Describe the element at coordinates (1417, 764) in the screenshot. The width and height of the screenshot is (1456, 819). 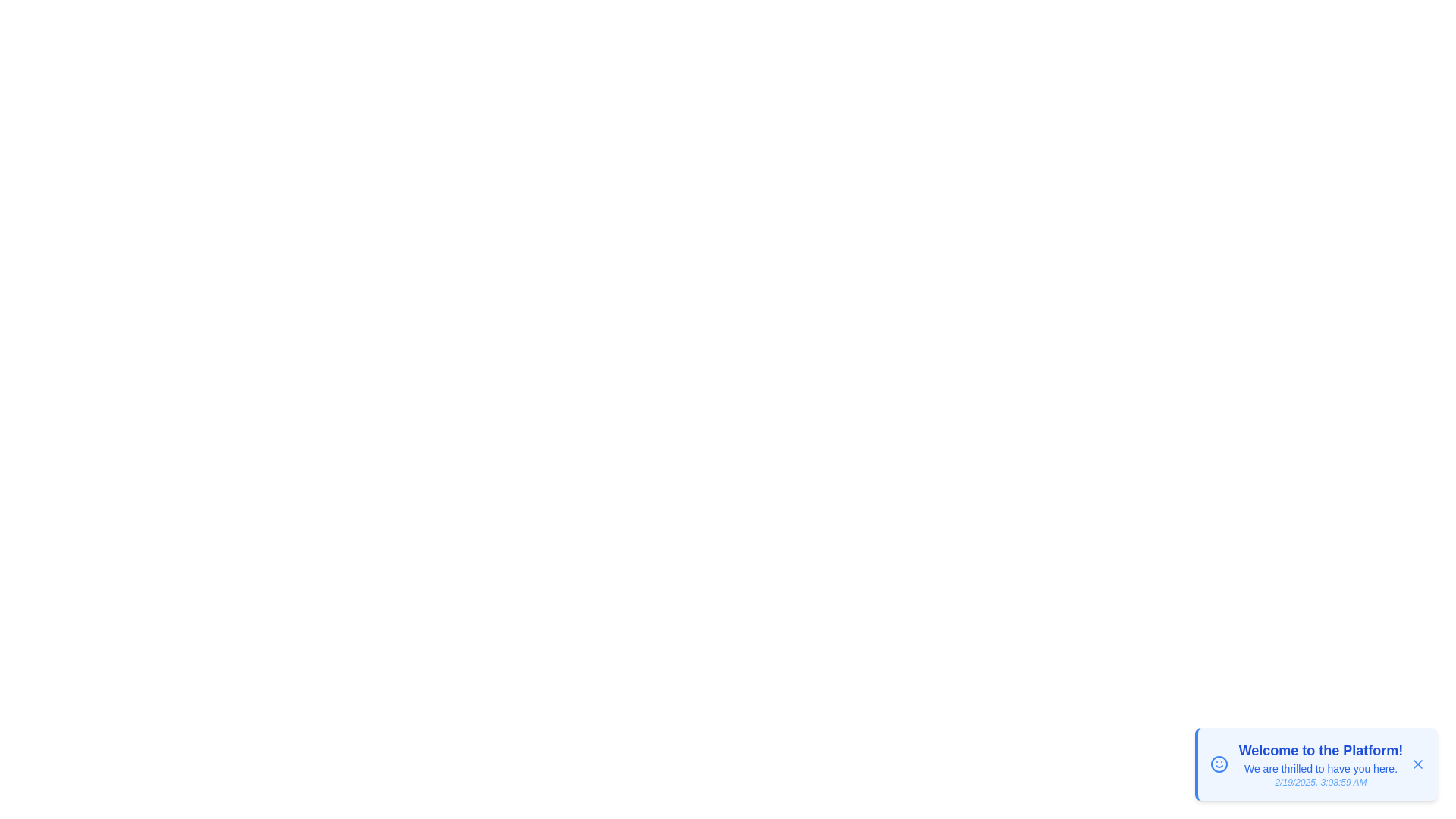
I see `the dismiss button to remove the notification` at that location.